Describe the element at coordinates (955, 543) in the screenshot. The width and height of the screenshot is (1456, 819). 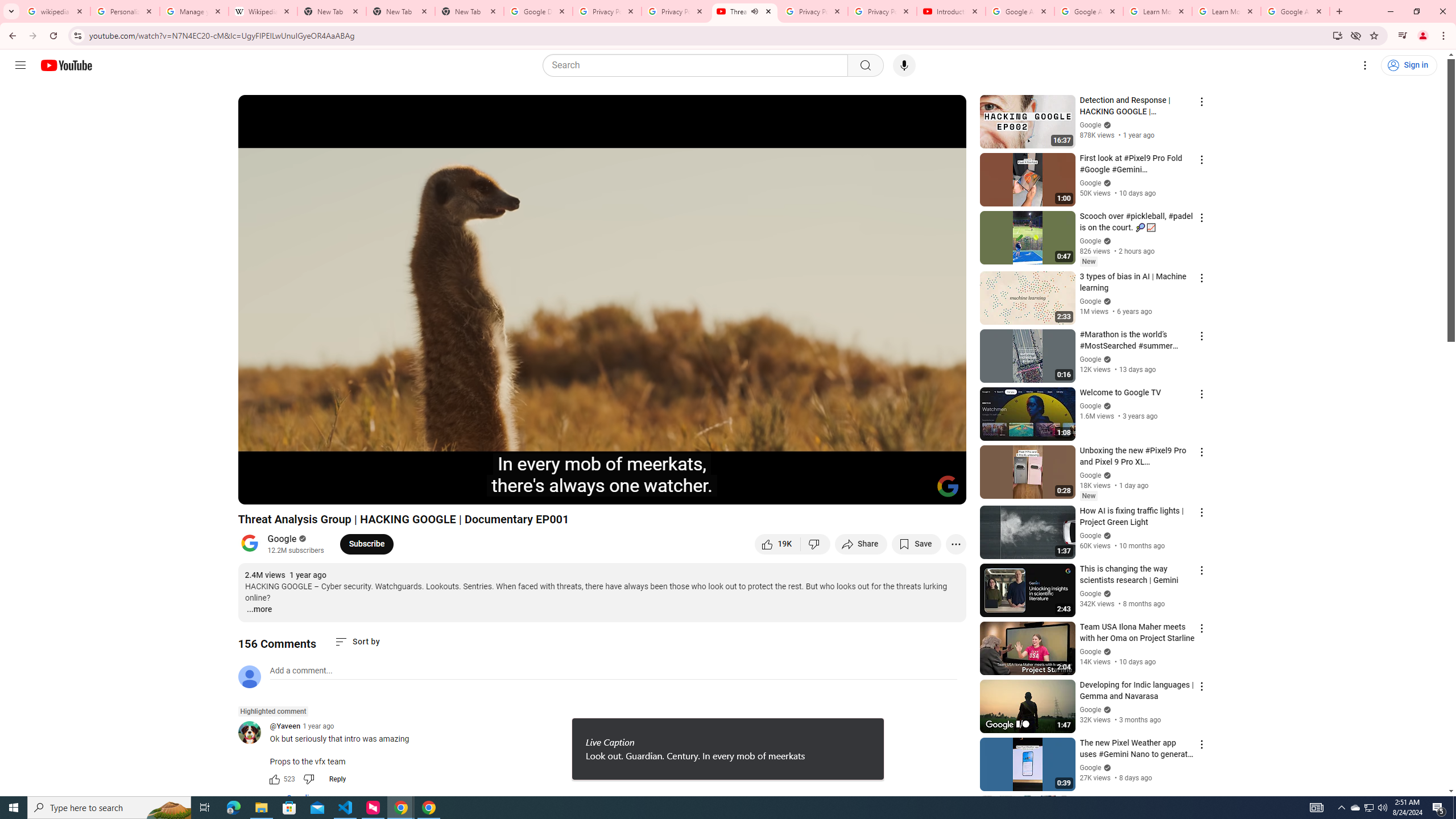
I see `'More actions'` at that location.